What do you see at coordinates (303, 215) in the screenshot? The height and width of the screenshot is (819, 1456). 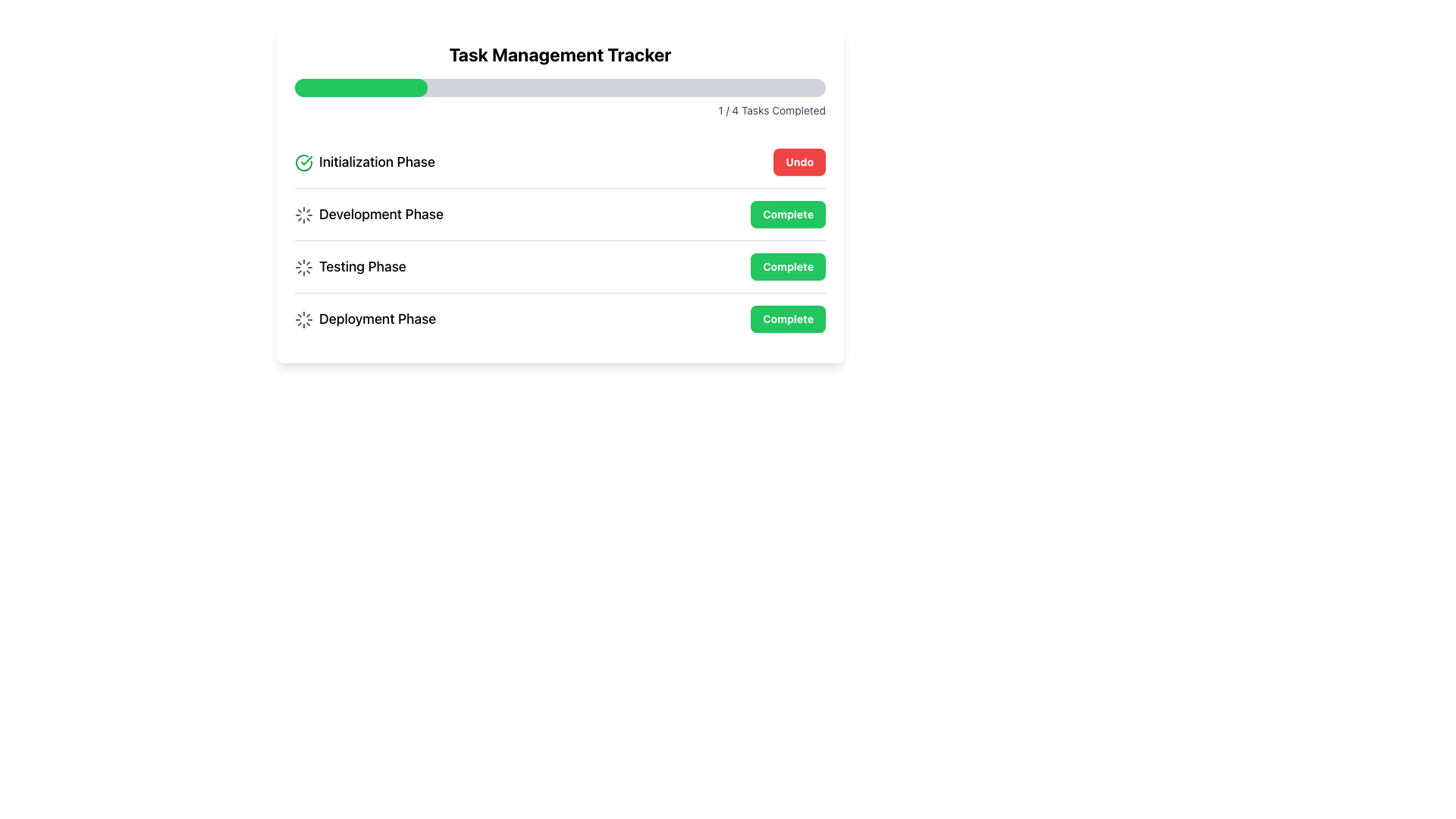 I see `the 'Development Phase' status icon, which is positioned to the left of the text indicating 'Development Phase' in the task management interface` at bounding box center [303, 215].